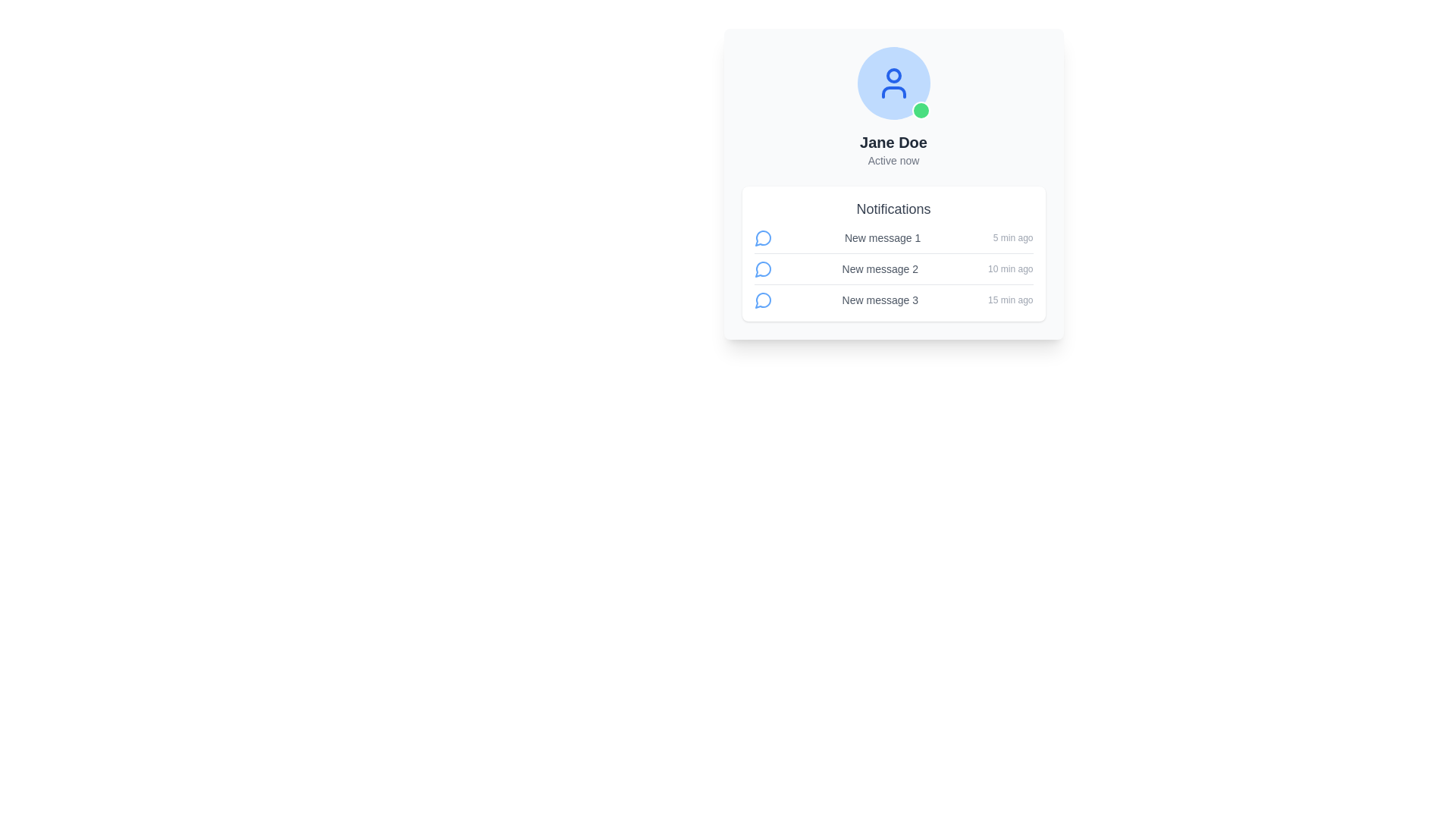 This screenshot has height=819, width=1456. What do you see at coordinates (883, 237) in the screenshot?
I see `the text label displaying 'New message 1', which is positioned as the main text label within the first notification item of a list` at bounding box center [883, 237].